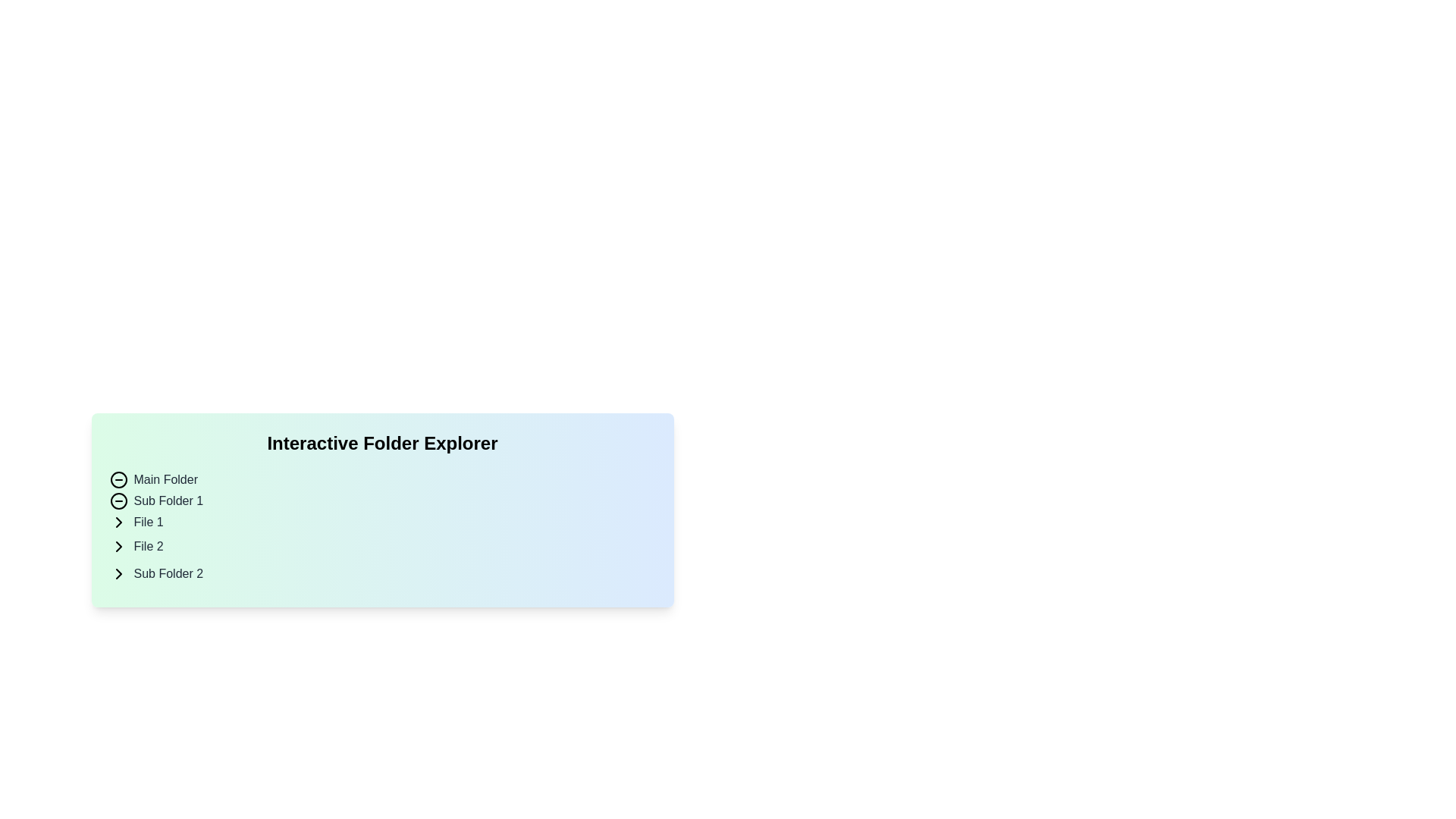 The image size is (1456, 819). Describe the element at coordinates (168, 573) in the screenshot. I see `the Text Label indicating 'Sub Folder 2' located in the 'Interactive Folder Explorer' section, positioned below 'File 2' and to the right of a chevron icon` at that location.